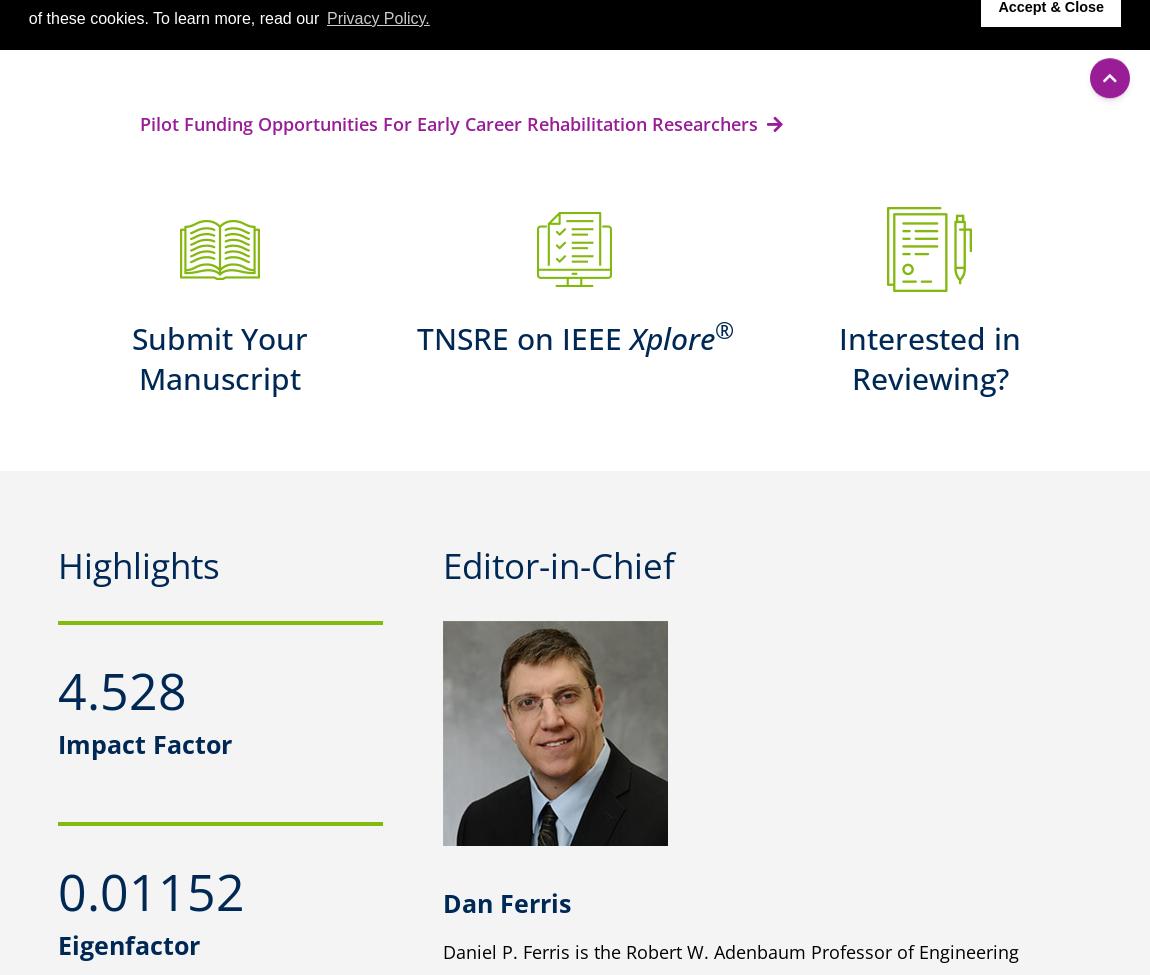 The image size is (1150, 975). I want to click on 'Editor-in-Chief', so click(557, 564).